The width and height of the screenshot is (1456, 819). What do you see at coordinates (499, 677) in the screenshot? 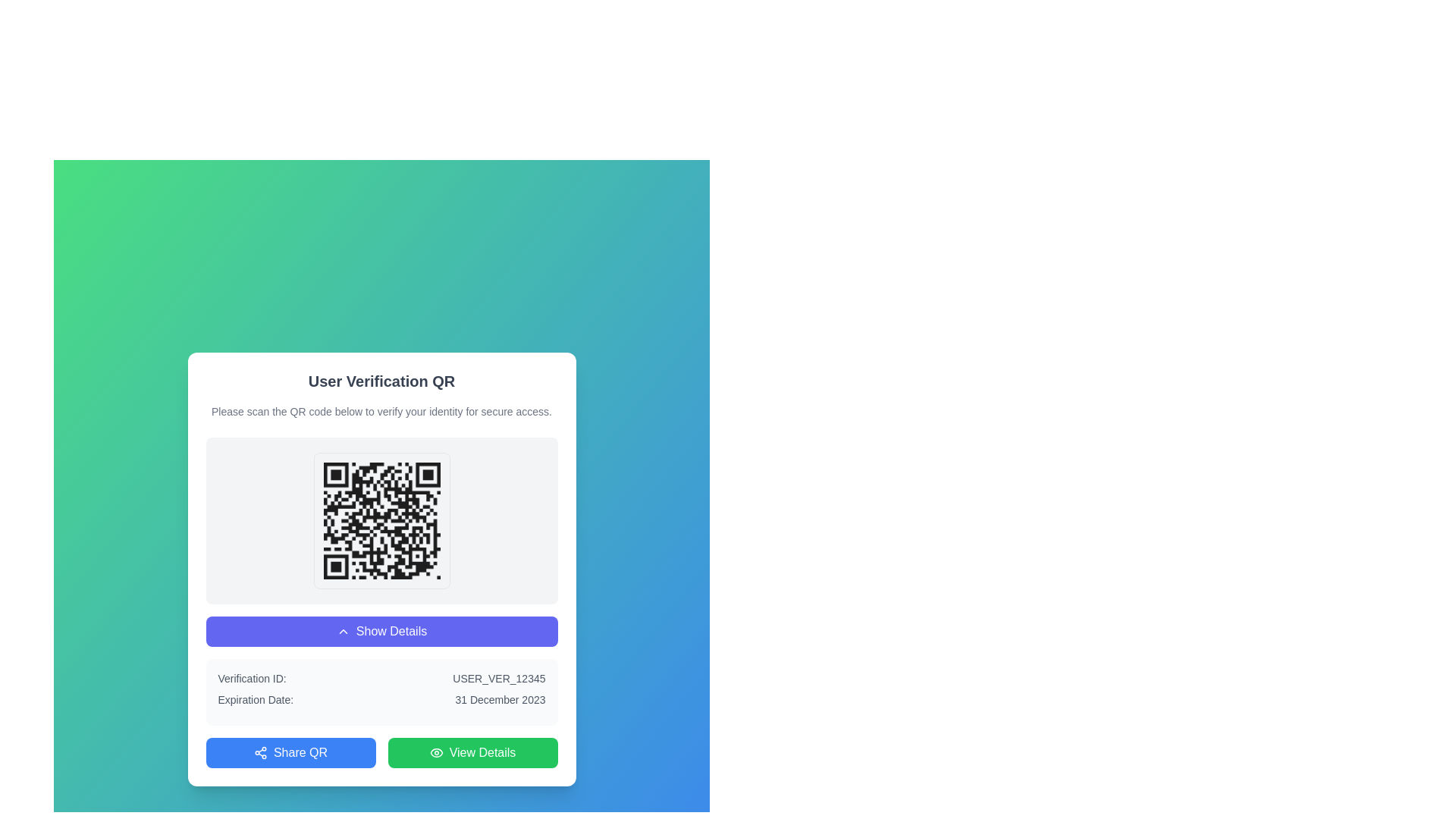
I see `display-only Text label showing the user's verification ID, located below the QR code and the 'Show Details' button, following the label 'Verification ID:'` at bounding box center [499, 677].